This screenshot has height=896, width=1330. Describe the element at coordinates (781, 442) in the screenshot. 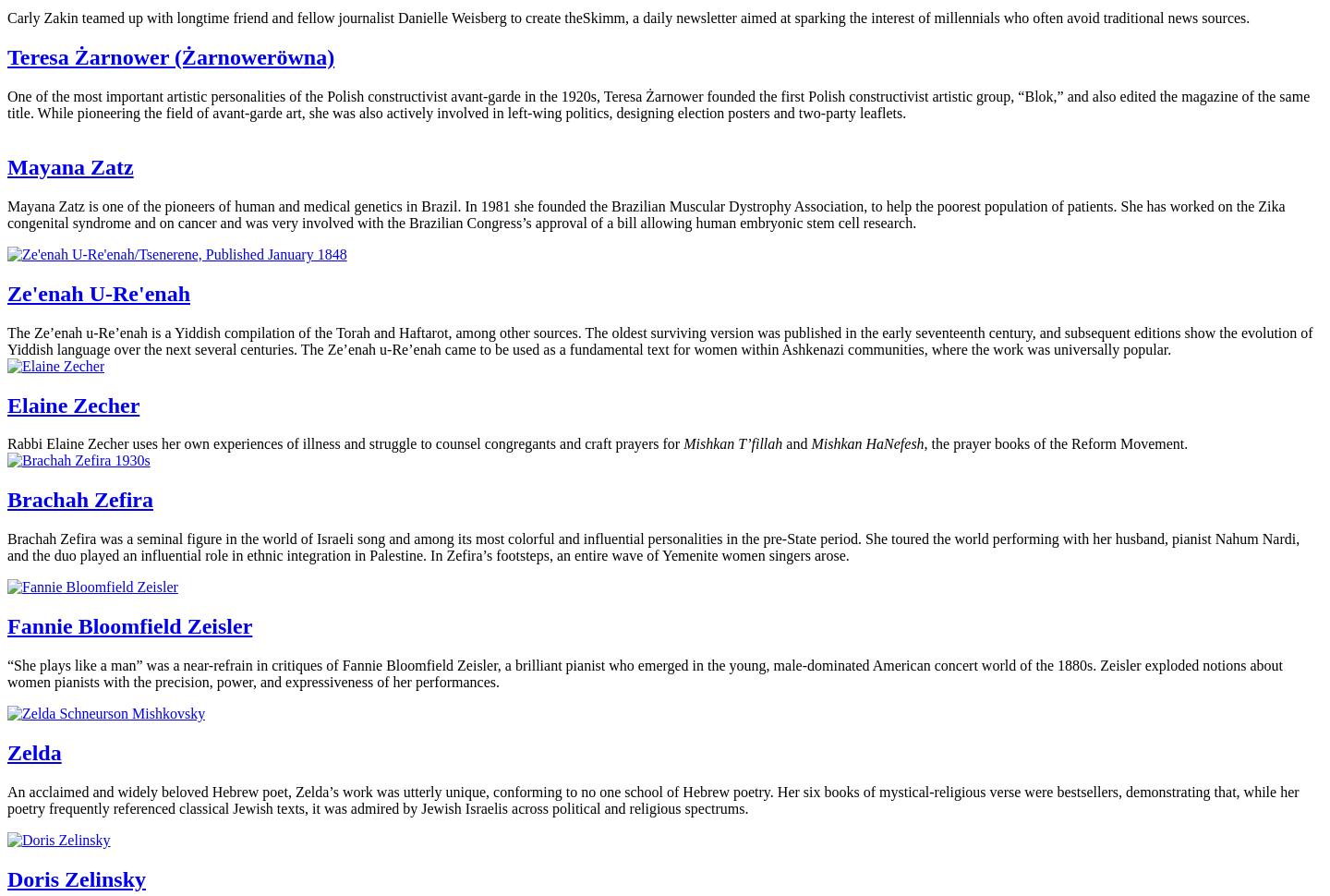

I see `'and'` at that location.